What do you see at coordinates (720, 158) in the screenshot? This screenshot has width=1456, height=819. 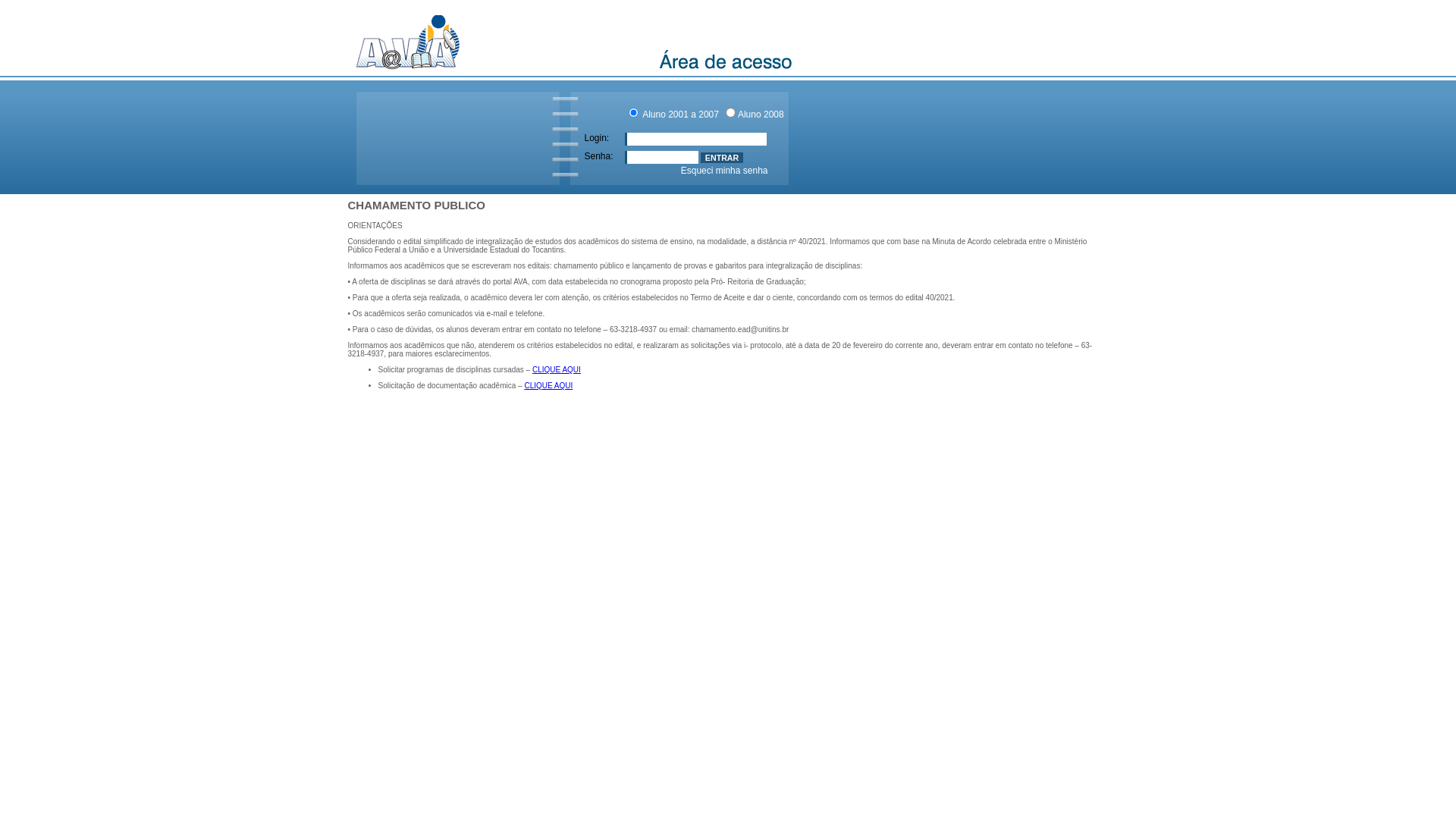 I see `'ENTRAR'` at bounding box center [720, 158].